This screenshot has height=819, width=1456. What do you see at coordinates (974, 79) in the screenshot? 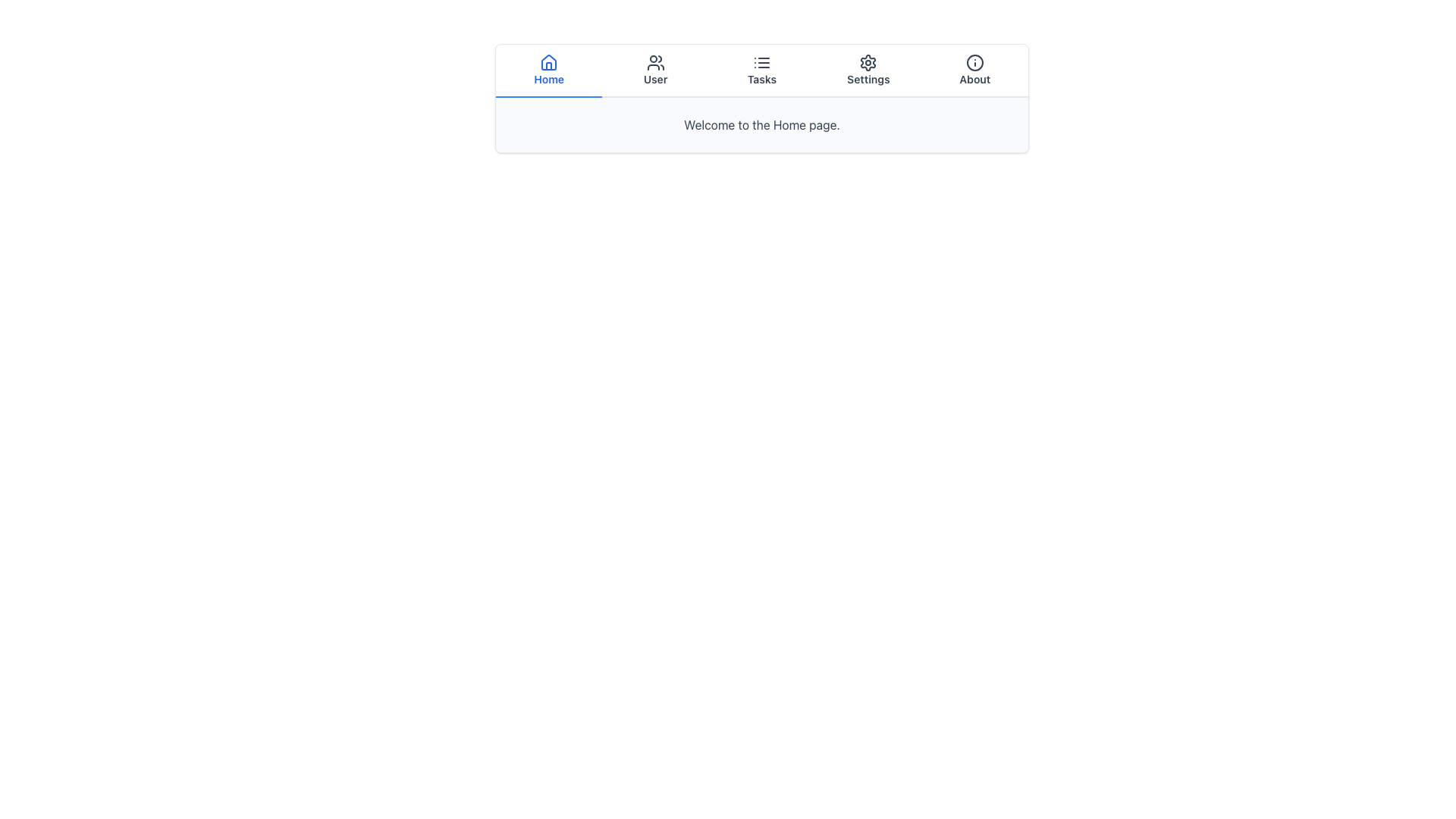
I see `the informational label for the 'About' section located below the information icon in the top navigation bar` at bounding box center [974, 79].